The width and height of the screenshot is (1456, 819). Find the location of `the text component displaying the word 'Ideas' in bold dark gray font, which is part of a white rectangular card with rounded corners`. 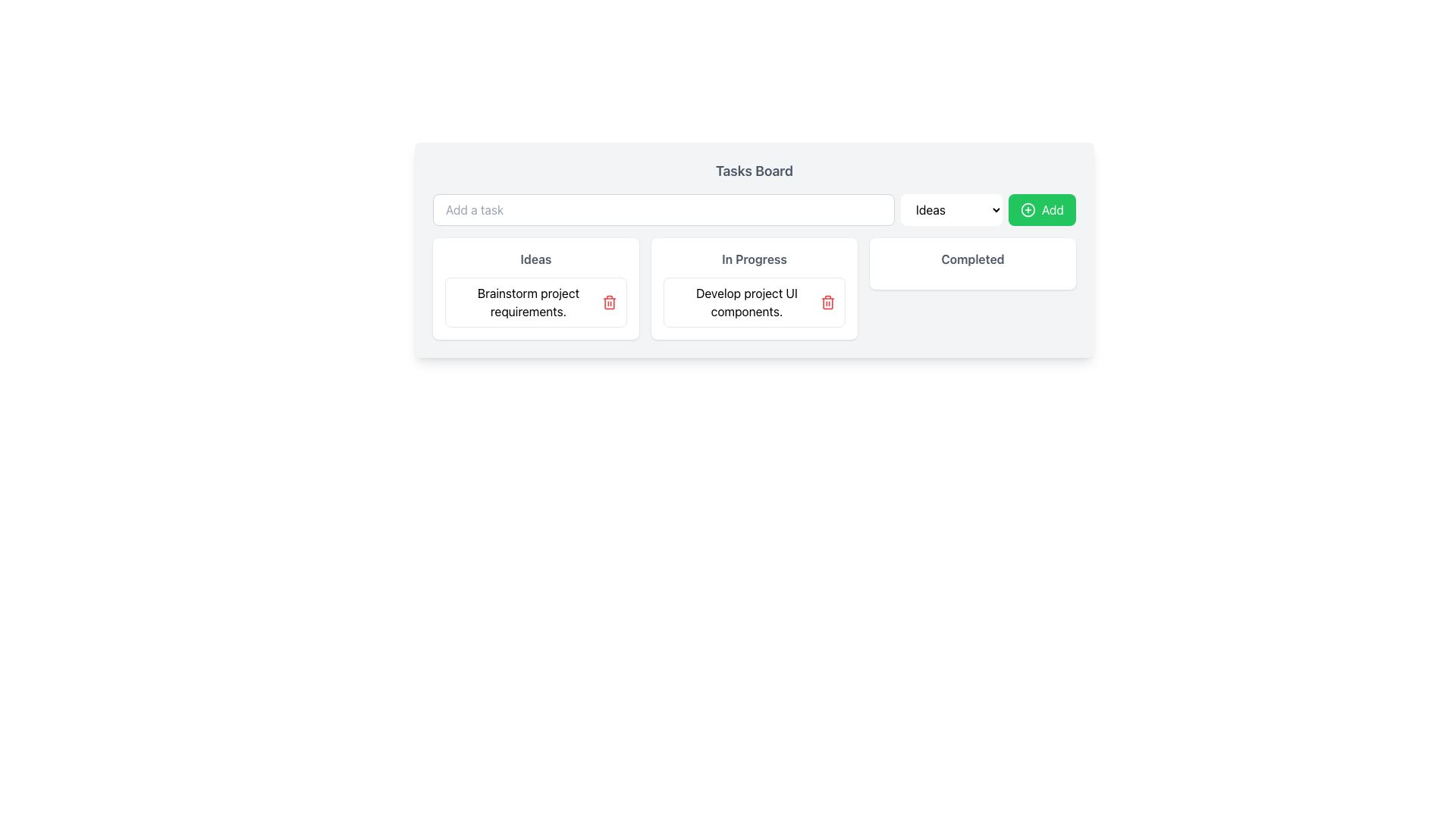

the text component displaying the word 'Ideas' in bold dark gray font, which is part of a white rectangular card with rounded corners is located at coordinates (535, 259).